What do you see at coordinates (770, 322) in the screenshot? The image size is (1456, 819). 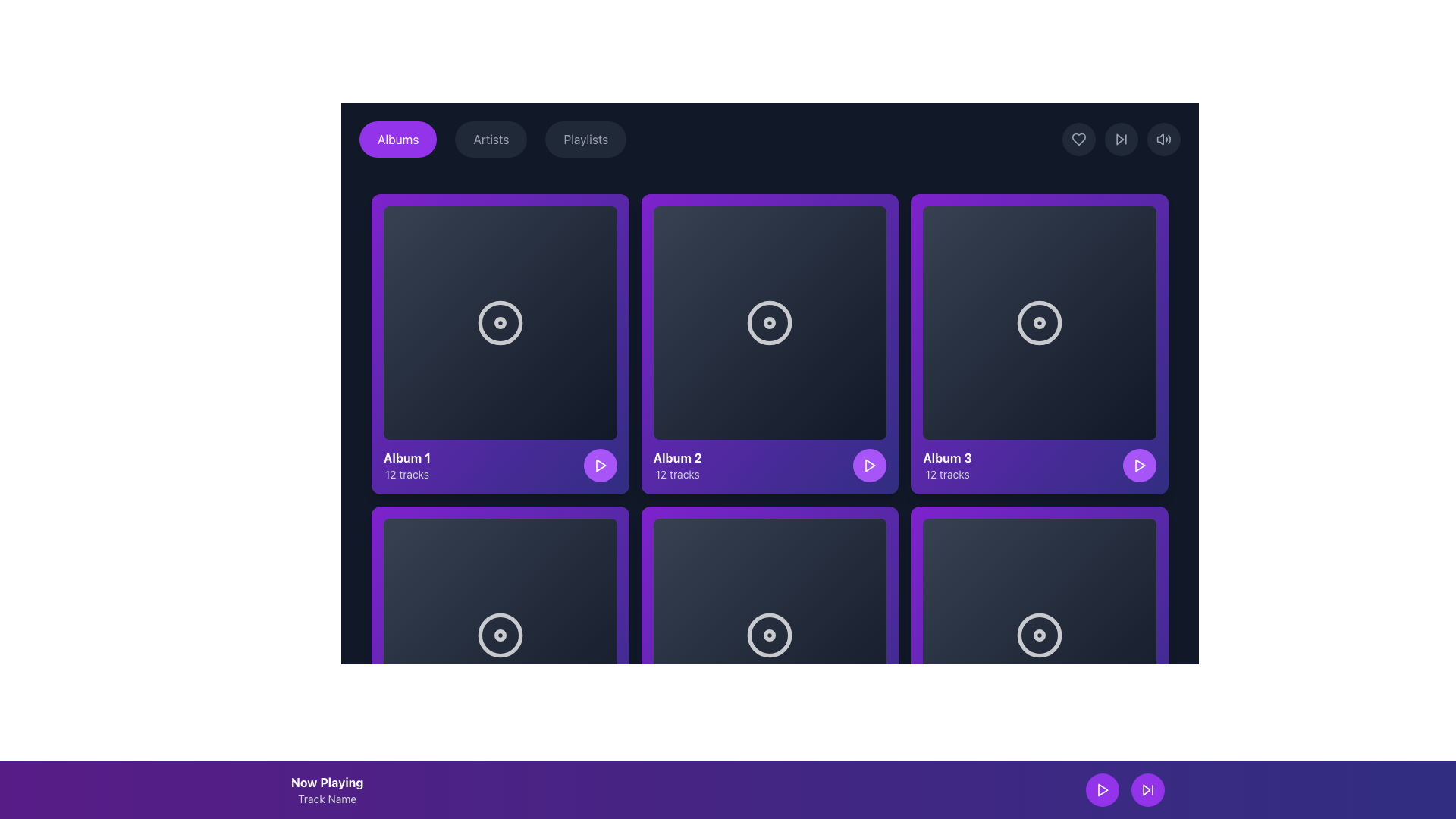 I see `the decorative icon in the second tile of the grid layout, which signifies a disc or album, located within the 'Album 2' tile` at bounding box center [770, 322].